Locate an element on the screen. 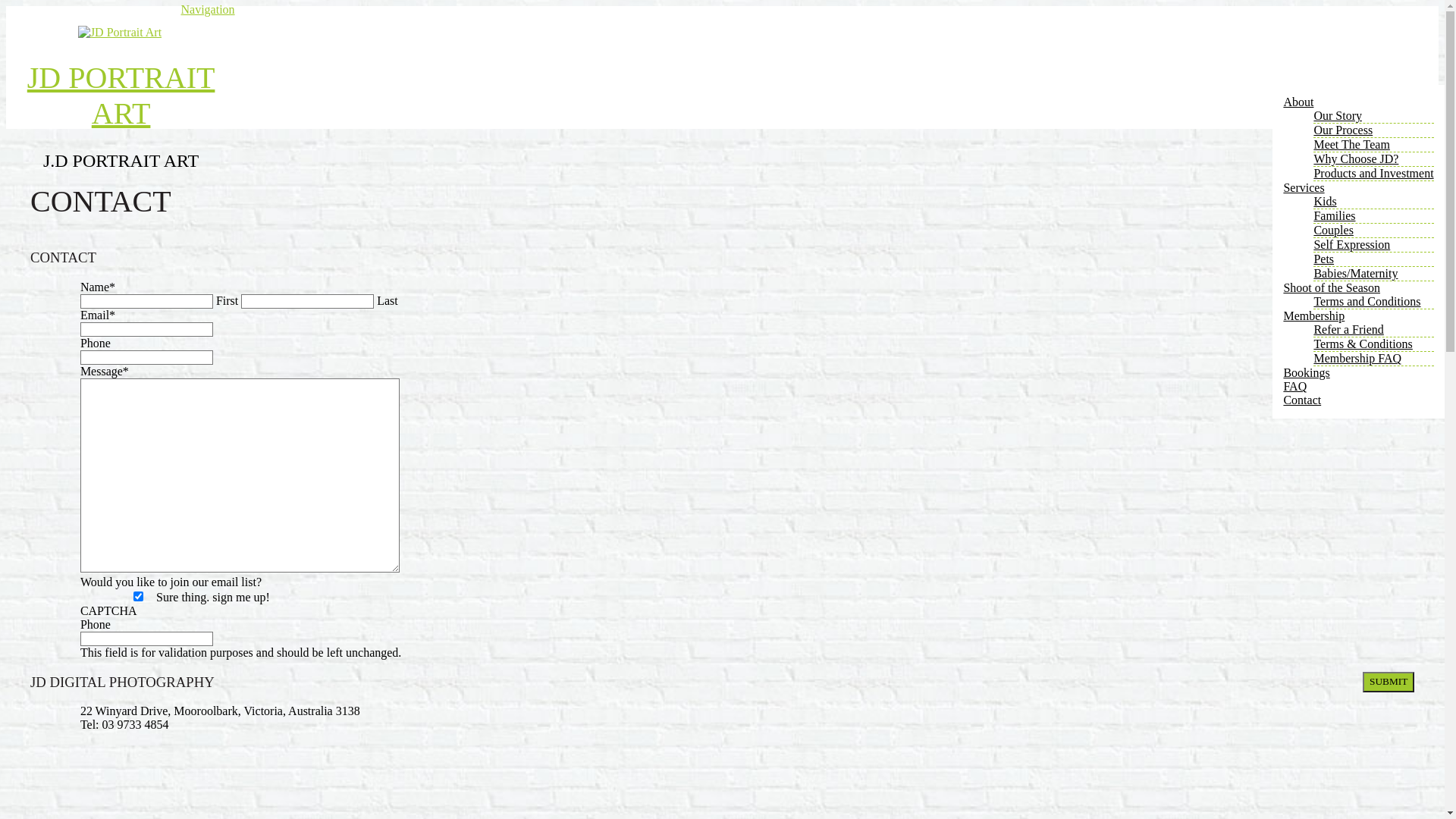 This screenshot has width=1456, height=819. 'Bookings' is located at coordinates (1282, 372).